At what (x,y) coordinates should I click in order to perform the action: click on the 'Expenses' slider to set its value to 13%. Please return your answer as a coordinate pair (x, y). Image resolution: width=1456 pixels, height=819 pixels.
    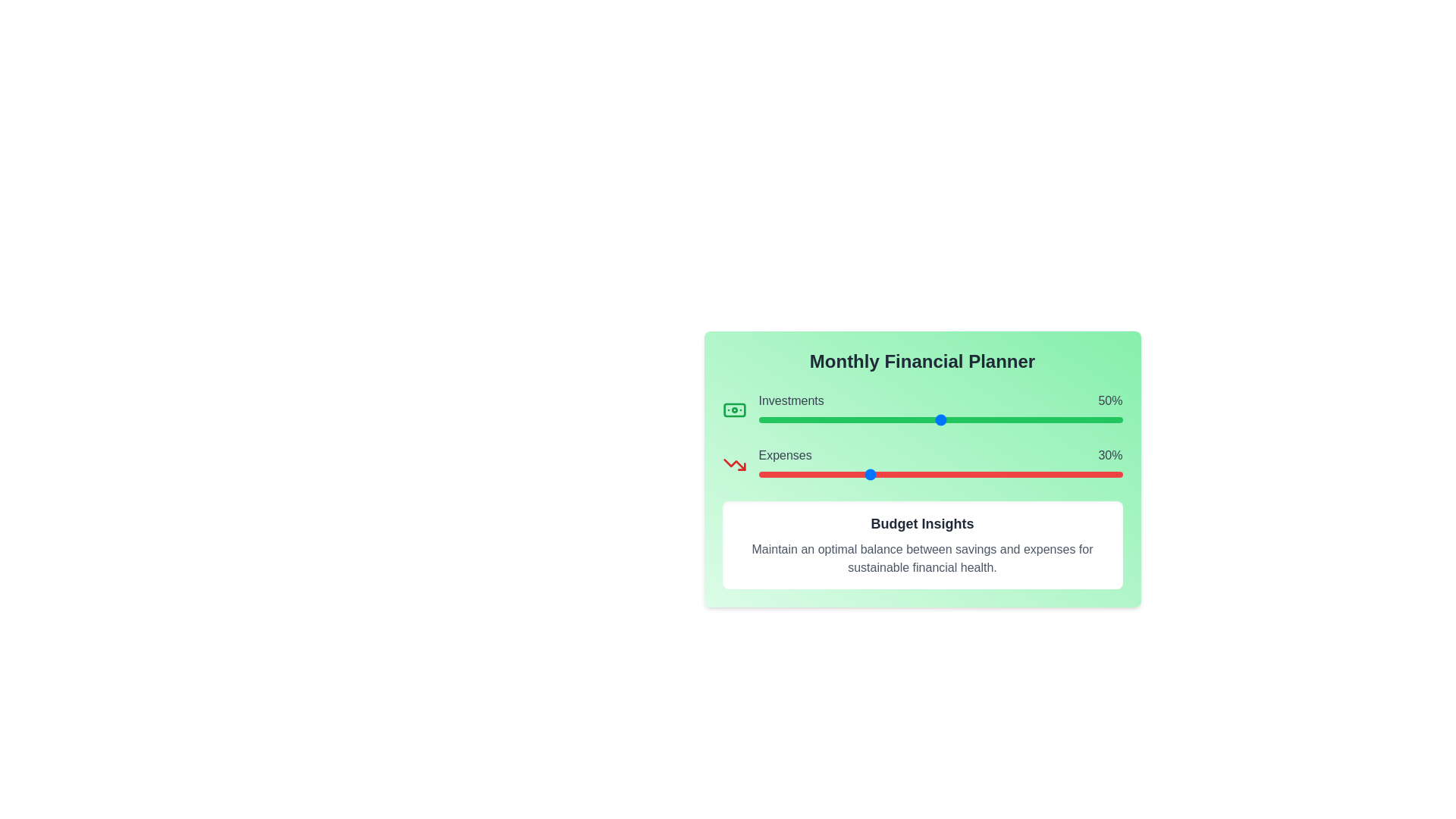
    Looking at the image, I should click on (805, 473).